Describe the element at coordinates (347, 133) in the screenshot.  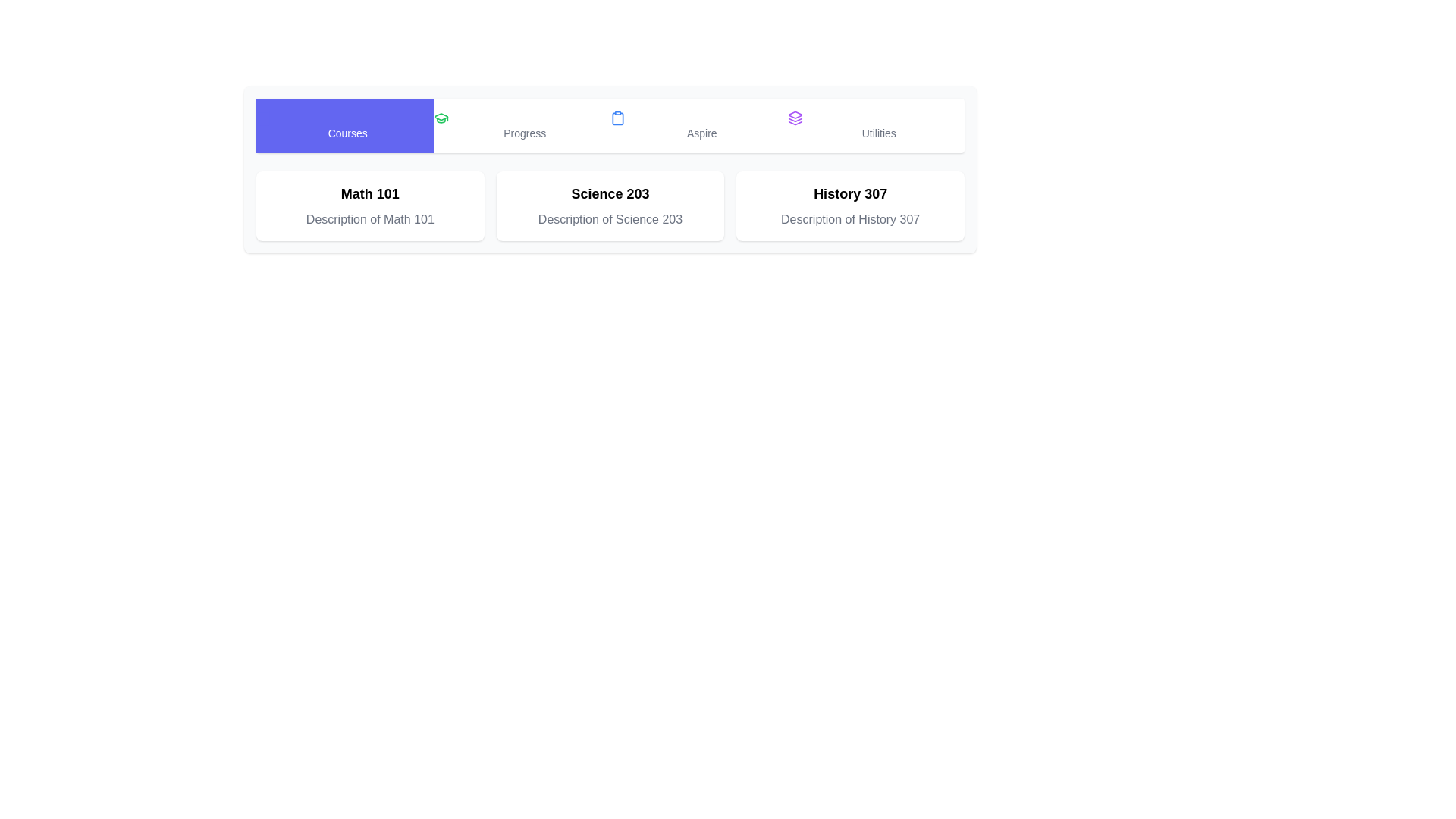
I see `the 'Courses' text component, which is styled with a bold font and has a left margin` at that location.